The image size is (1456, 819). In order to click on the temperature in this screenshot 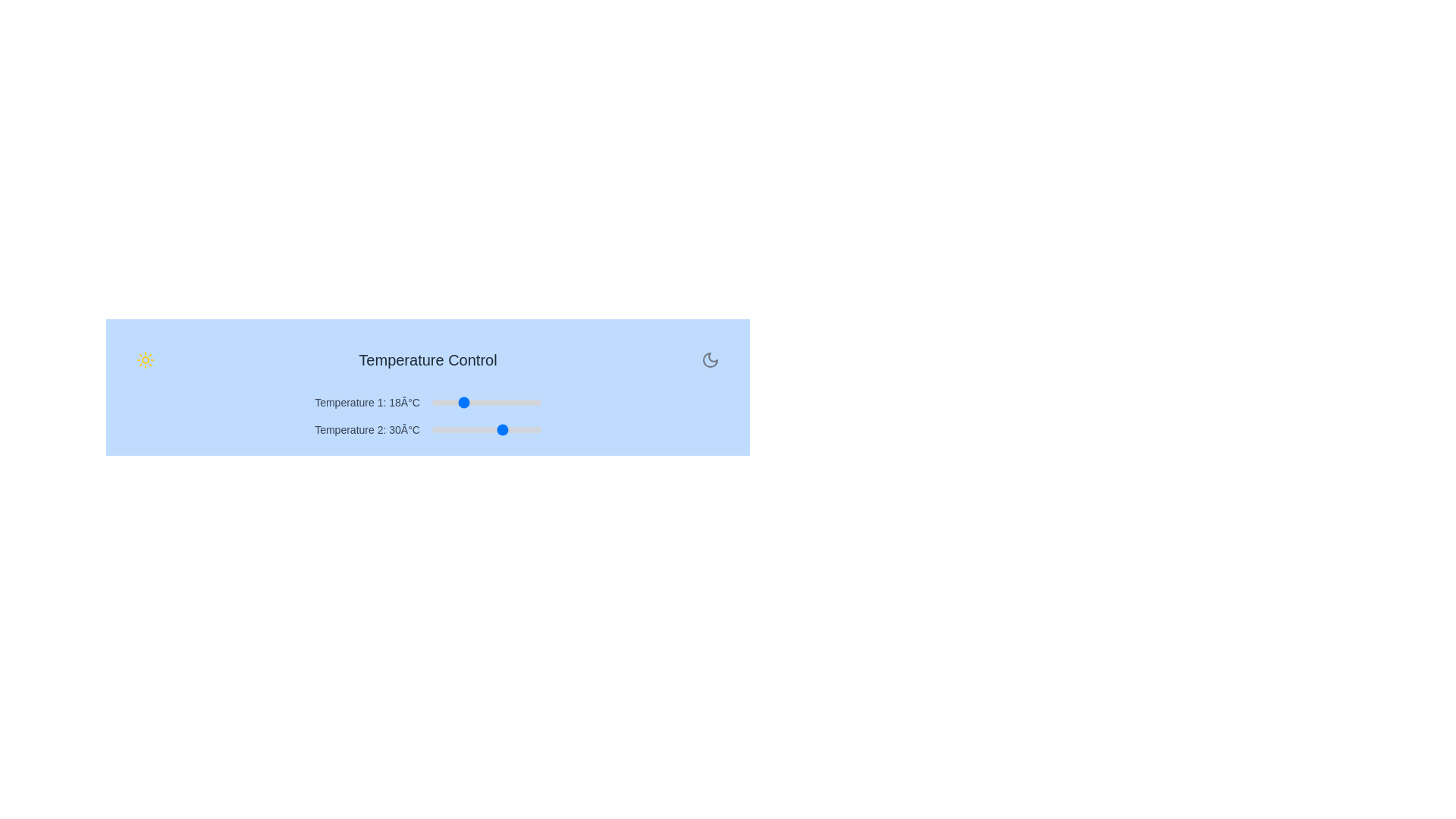, I will do `click(526, 402)`.